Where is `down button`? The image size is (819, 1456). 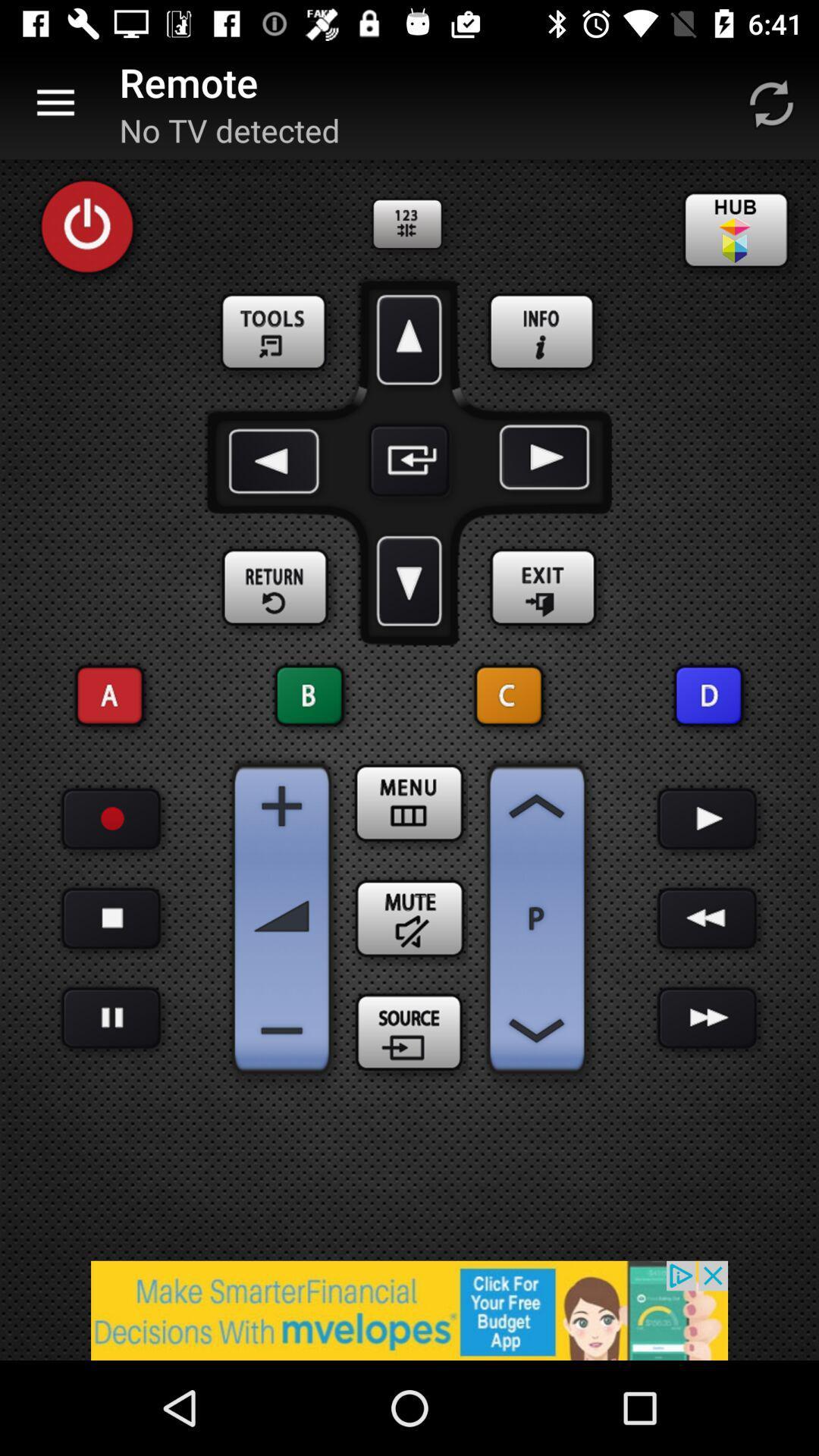
down button is located at coordinates (409, 580).